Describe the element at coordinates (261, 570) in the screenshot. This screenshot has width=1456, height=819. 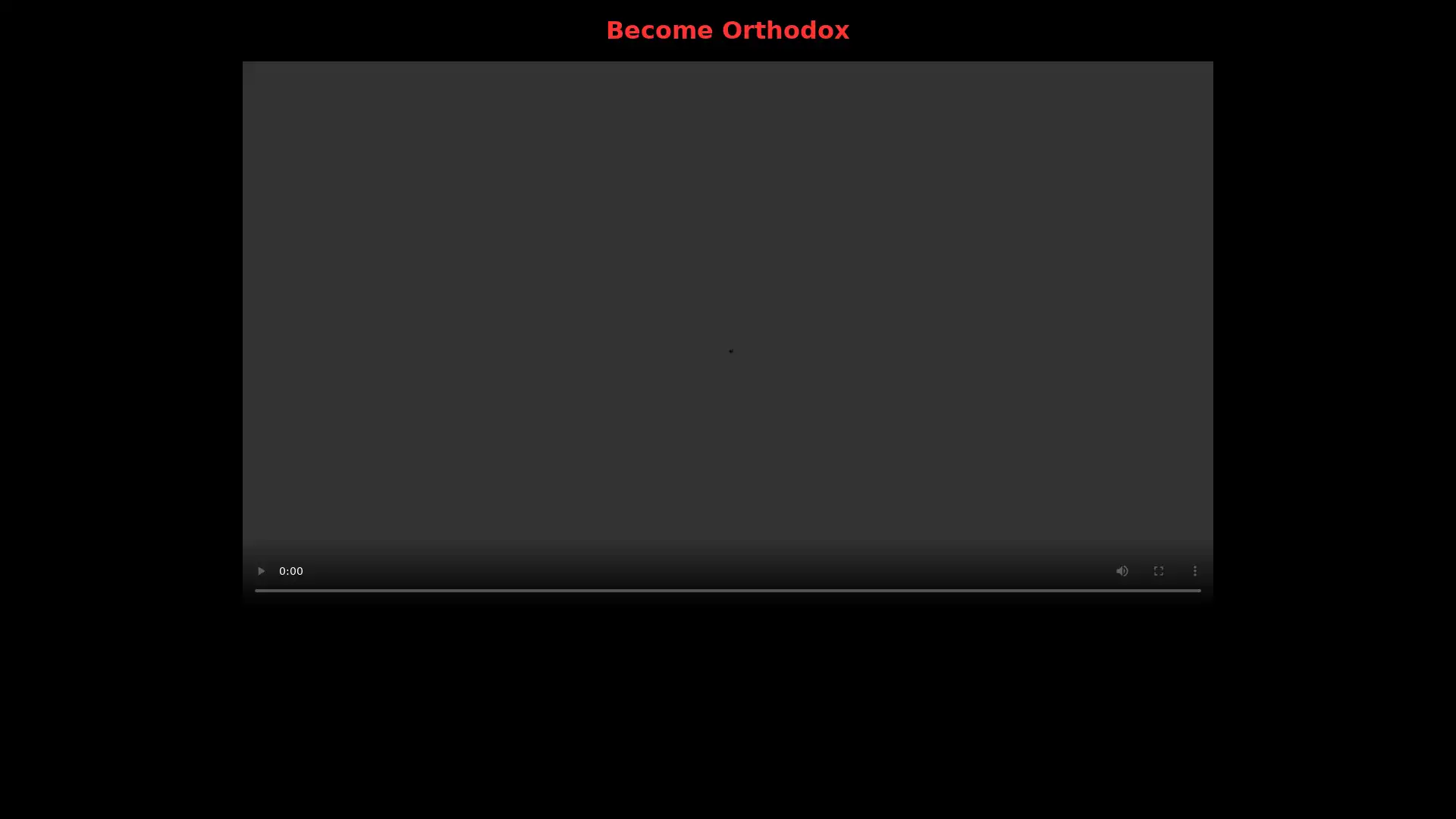
I see `play` at that location.